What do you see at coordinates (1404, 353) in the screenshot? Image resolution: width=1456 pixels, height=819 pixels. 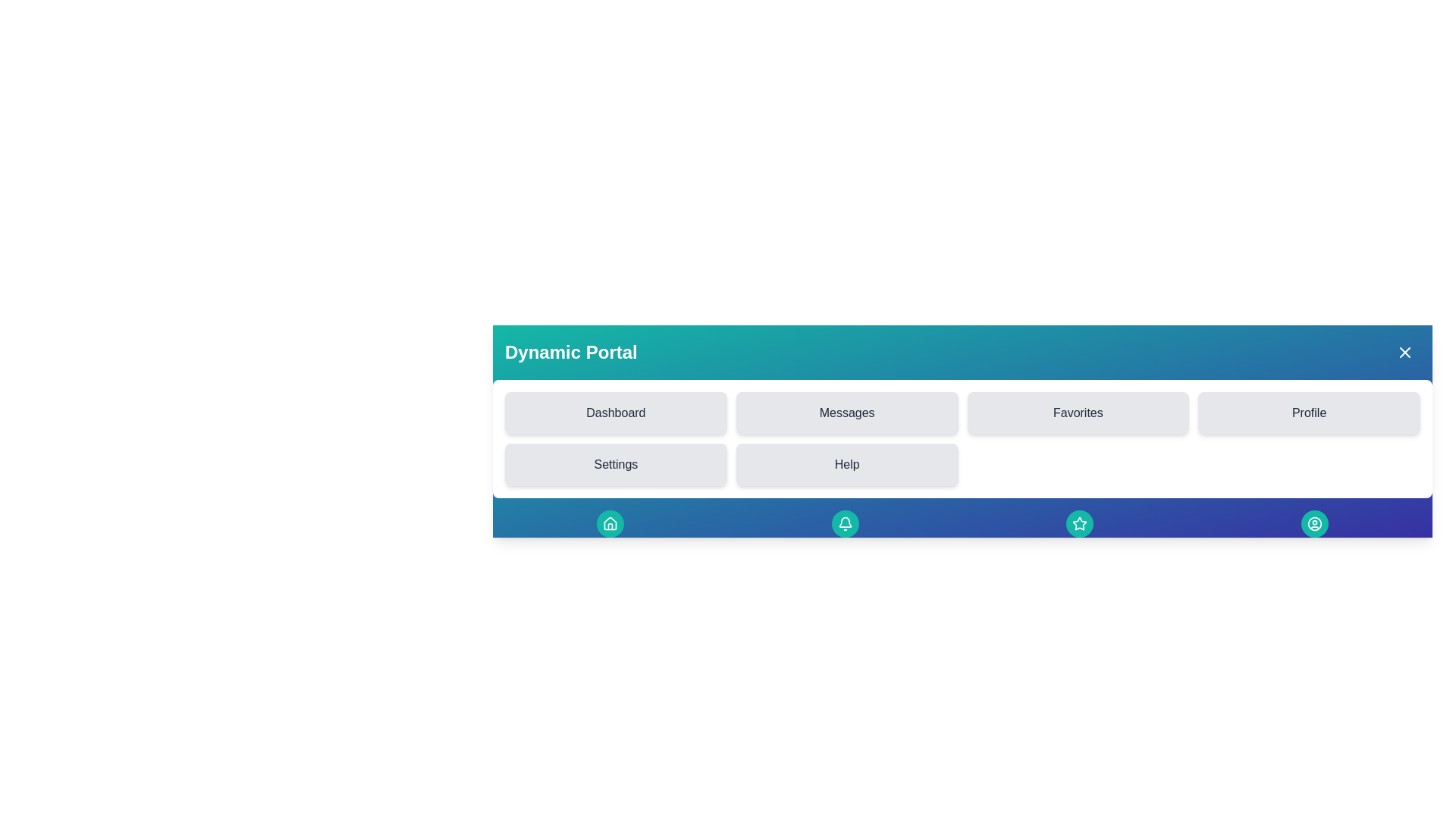 I see `the close button to toggle the menu visibility` at bounding box center [1404, 353].